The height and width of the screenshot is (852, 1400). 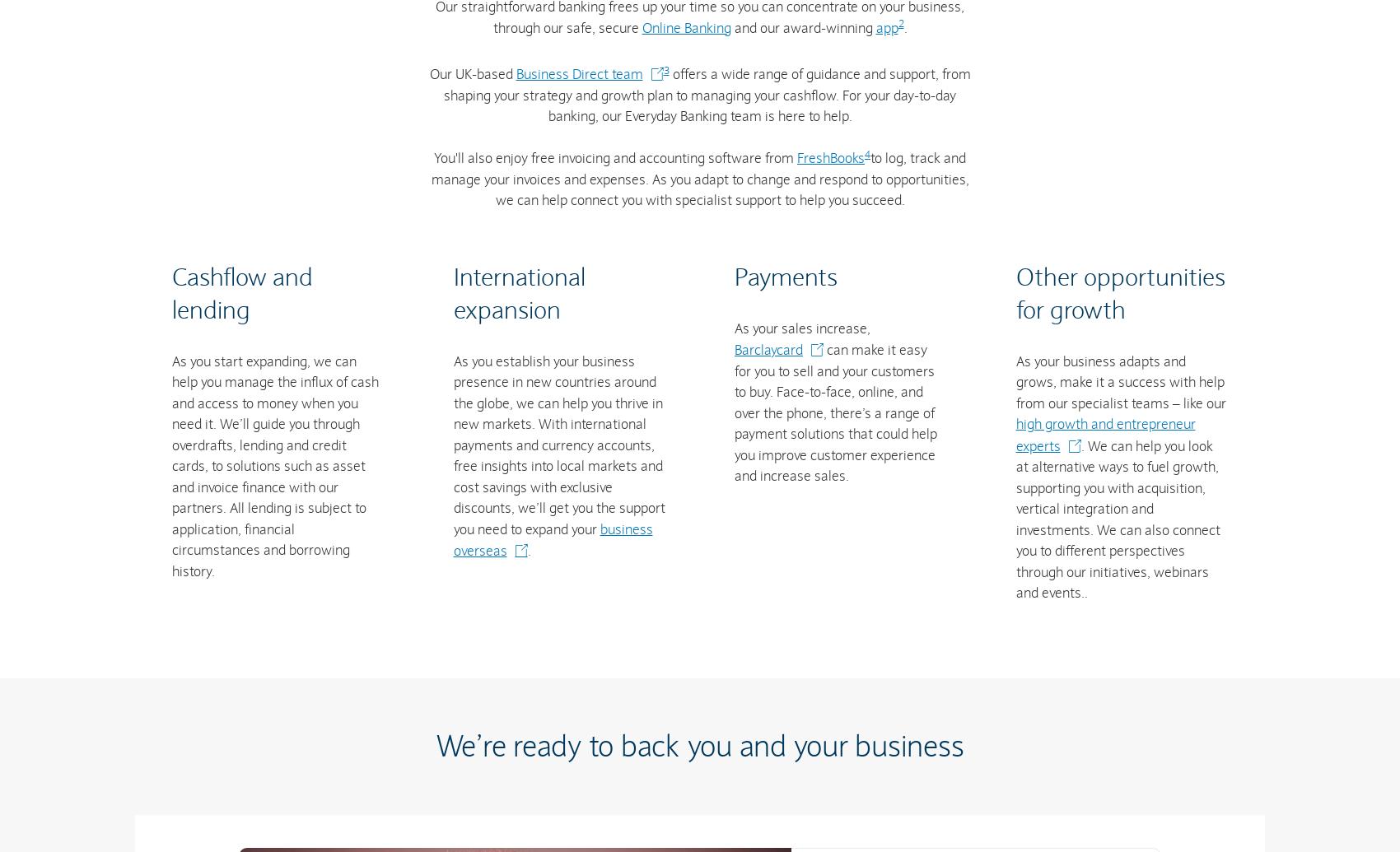 What do you see at coordinates (376, 517) in the screenshot?
I see `'Credit card fraud'` at bounding box center [376, 517].